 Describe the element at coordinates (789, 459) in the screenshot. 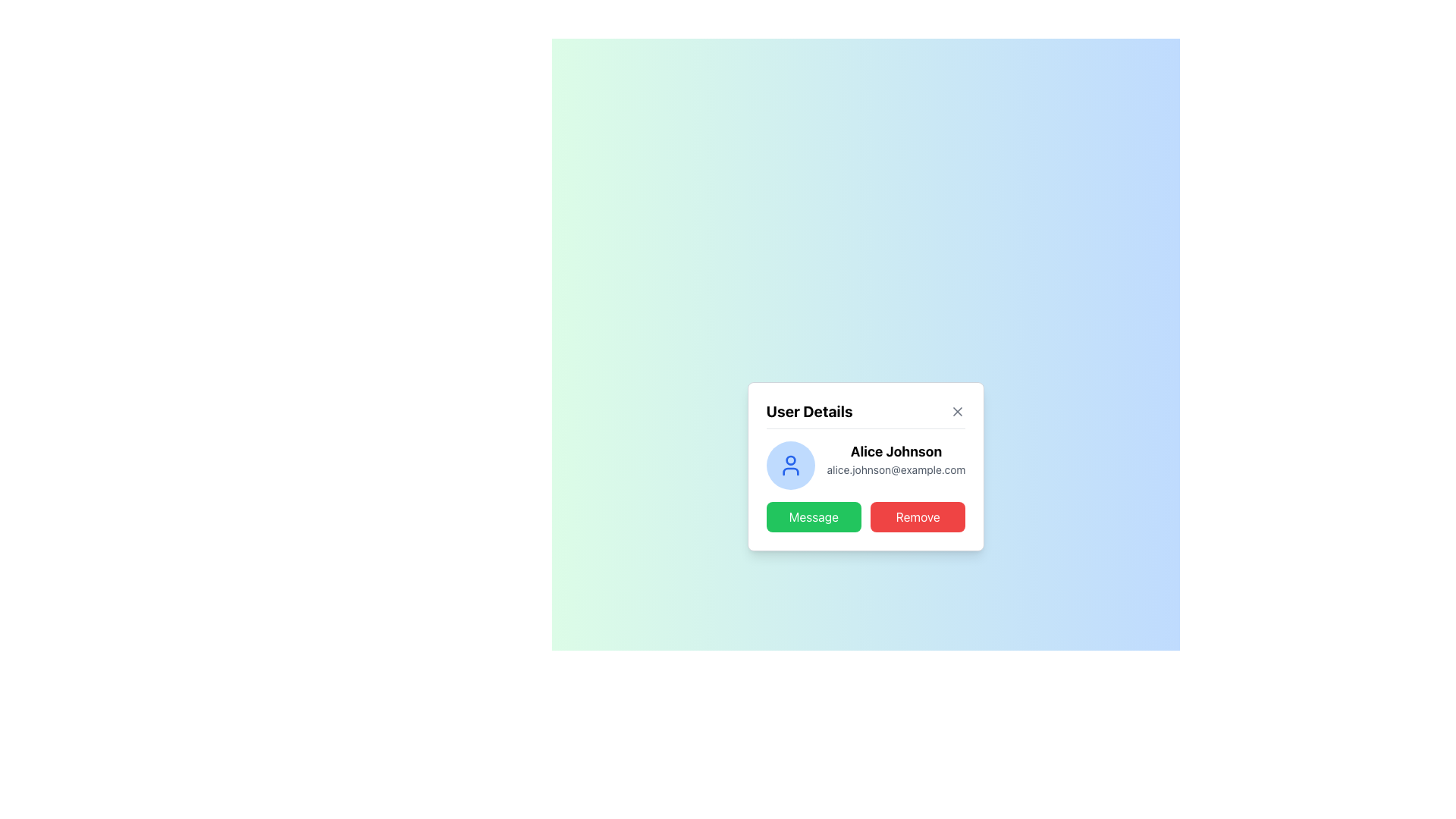

I see `the inner circular component of the user profile icon located in the 'User Details' modal, which is above the text 'Alice Johnson'` at that location.